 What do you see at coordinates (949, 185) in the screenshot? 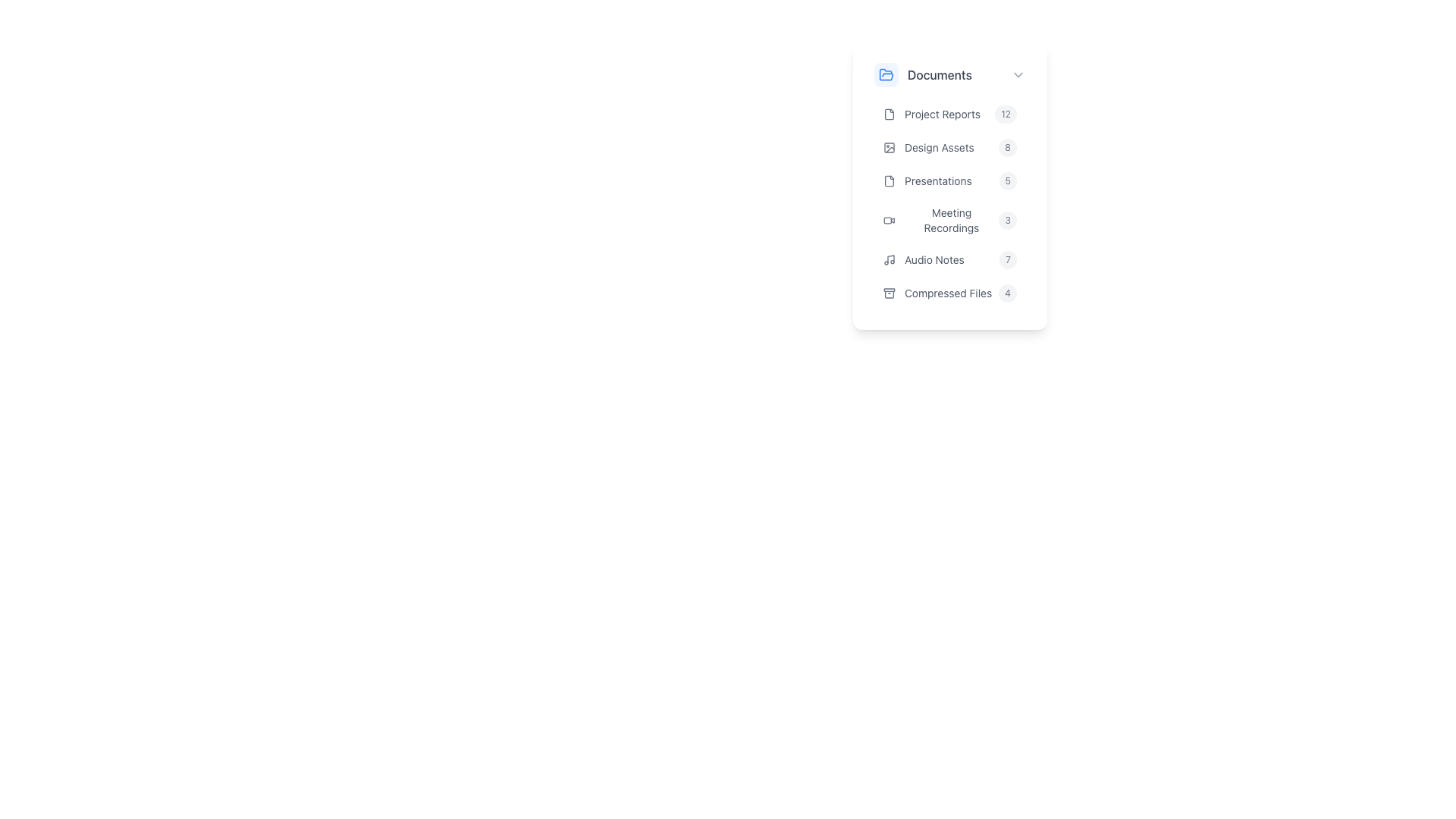
I see `the 'Presentations' navigation item` at bounding box center [949, 185].